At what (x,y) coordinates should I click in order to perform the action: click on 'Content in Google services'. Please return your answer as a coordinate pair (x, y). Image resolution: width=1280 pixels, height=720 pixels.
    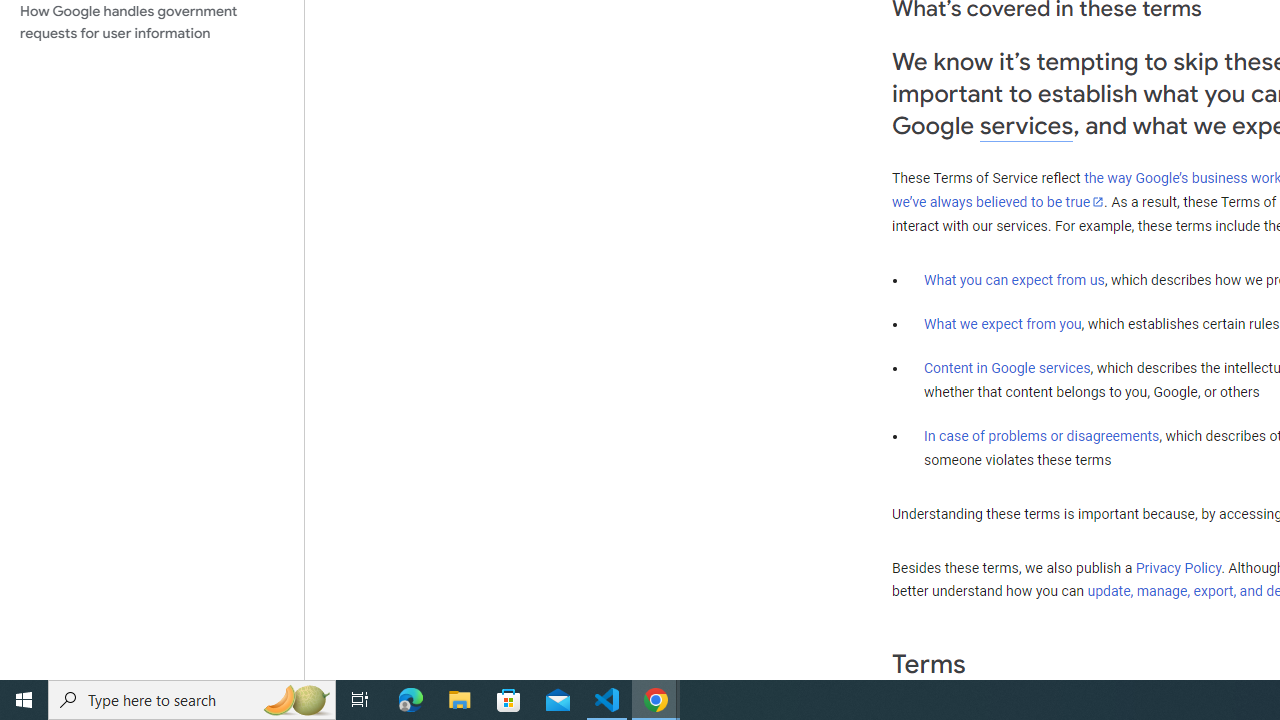
    Looking at the image, I should click on (1007, 368).